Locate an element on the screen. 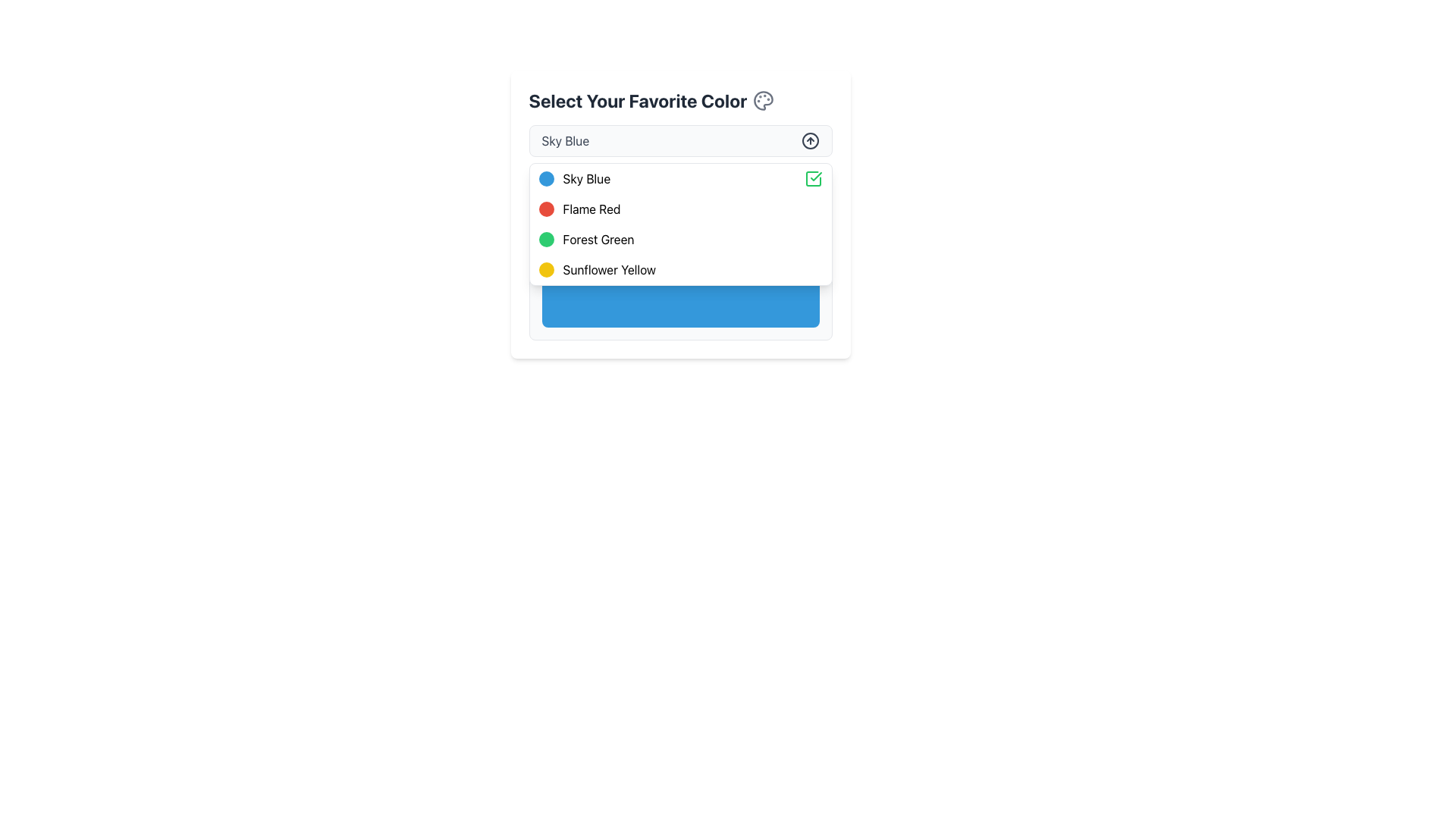  the blue circular Color Indicator element associated with the 'Sky Blue' label is located at coordinates (546, 177).